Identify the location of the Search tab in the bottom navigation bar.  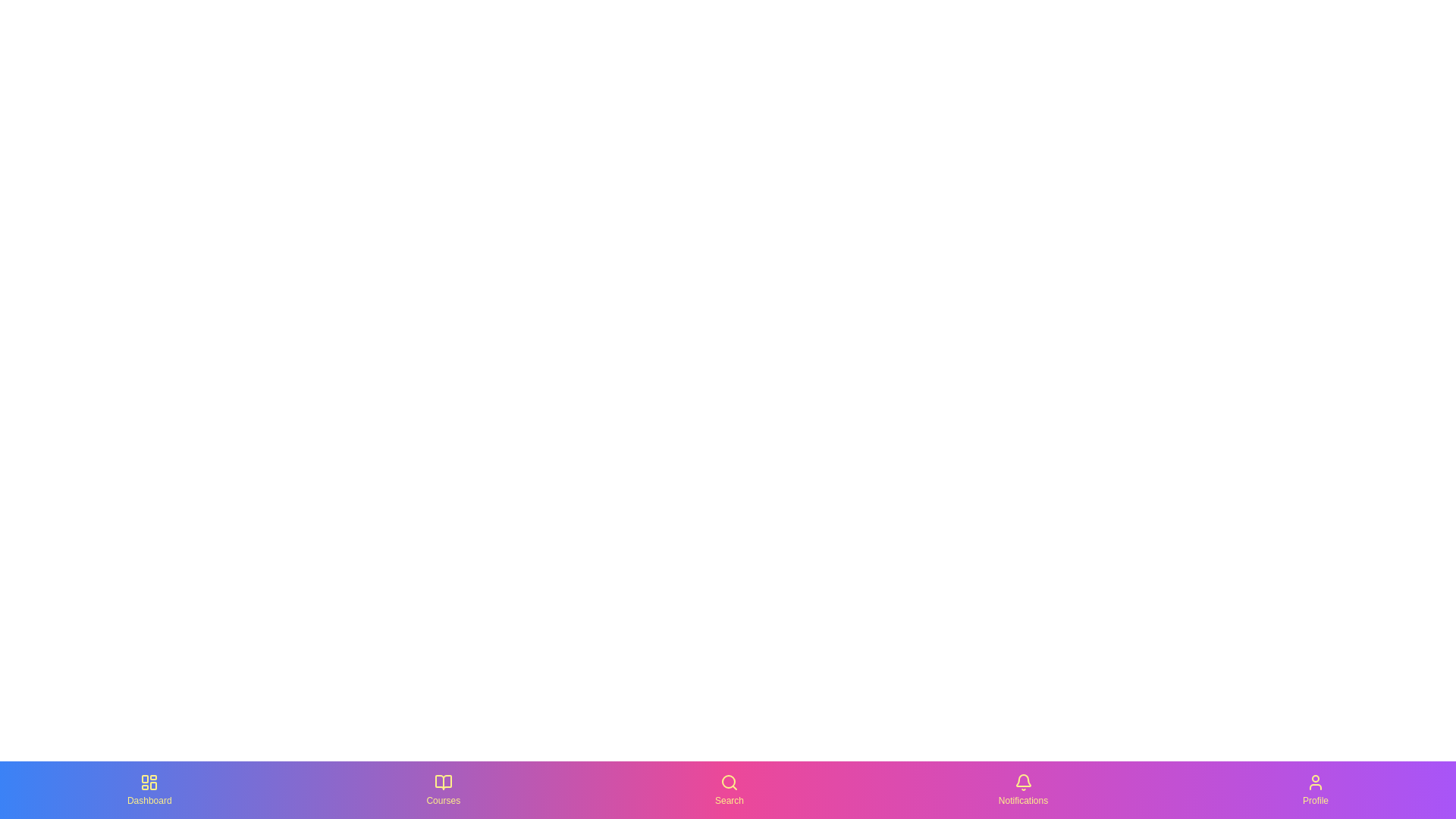
(729, 789).